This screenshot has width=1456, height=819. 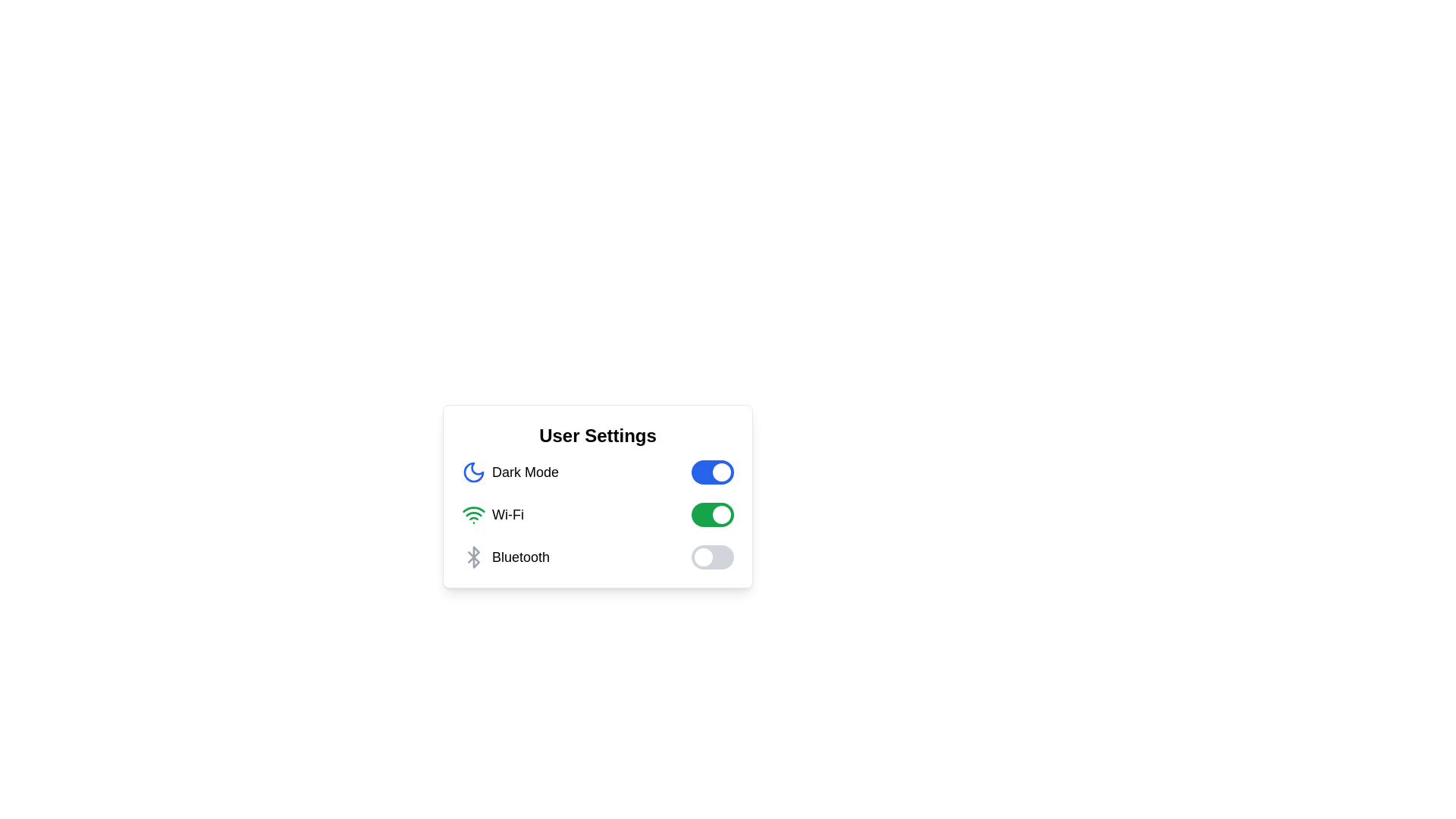 I want to click on the 'Wi-Fi' text label, which is a medium-sized, bold black text component indicating connectivity settings, positioned to the right of a green Wi-Fi icon, so click(x=508, y=513).